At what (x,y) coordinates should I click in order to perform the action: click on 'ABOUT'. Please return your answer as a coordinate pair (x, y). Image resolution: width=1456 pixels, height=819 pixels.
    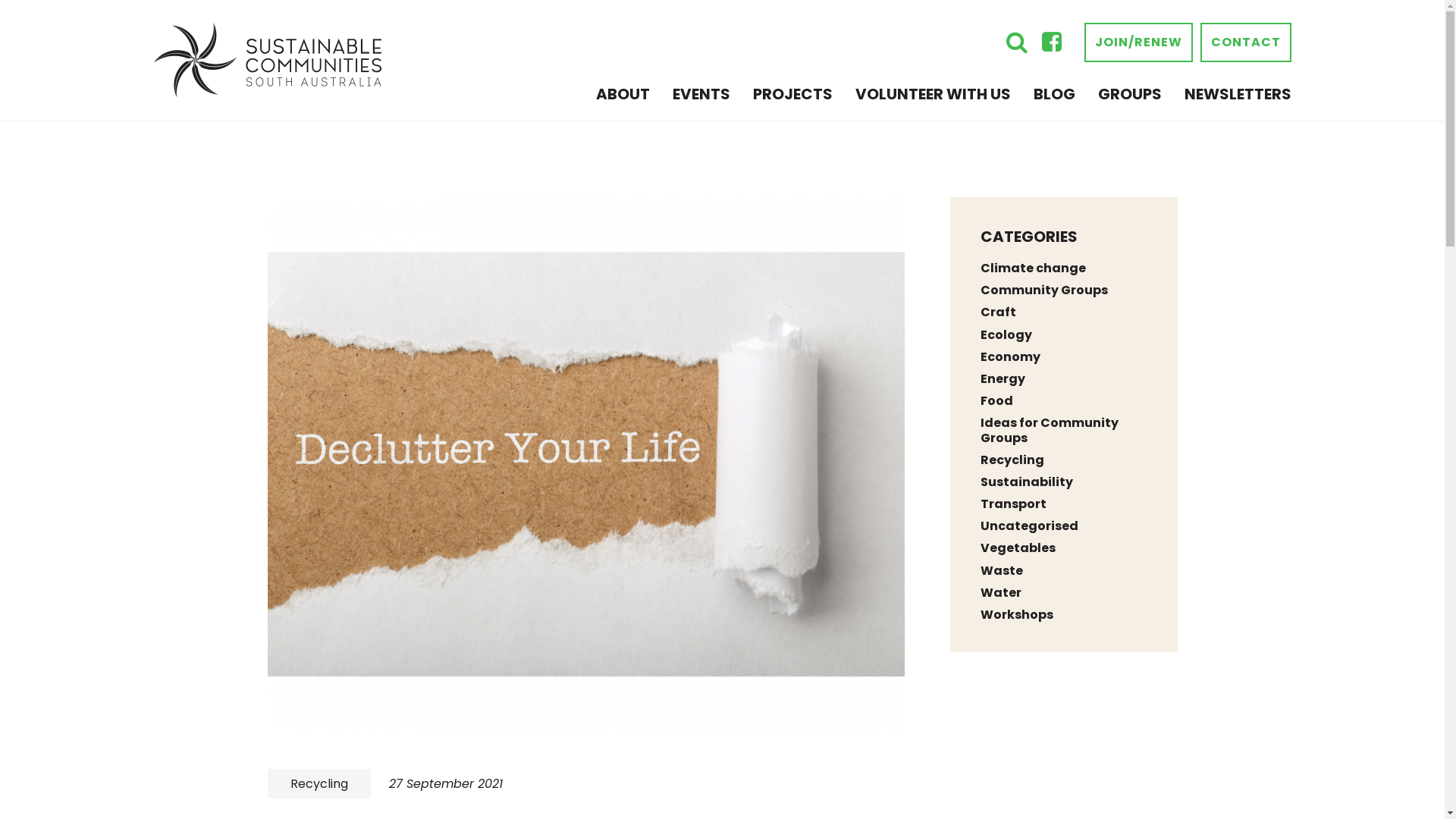
    Looking at the image, I should click on (623, 93).